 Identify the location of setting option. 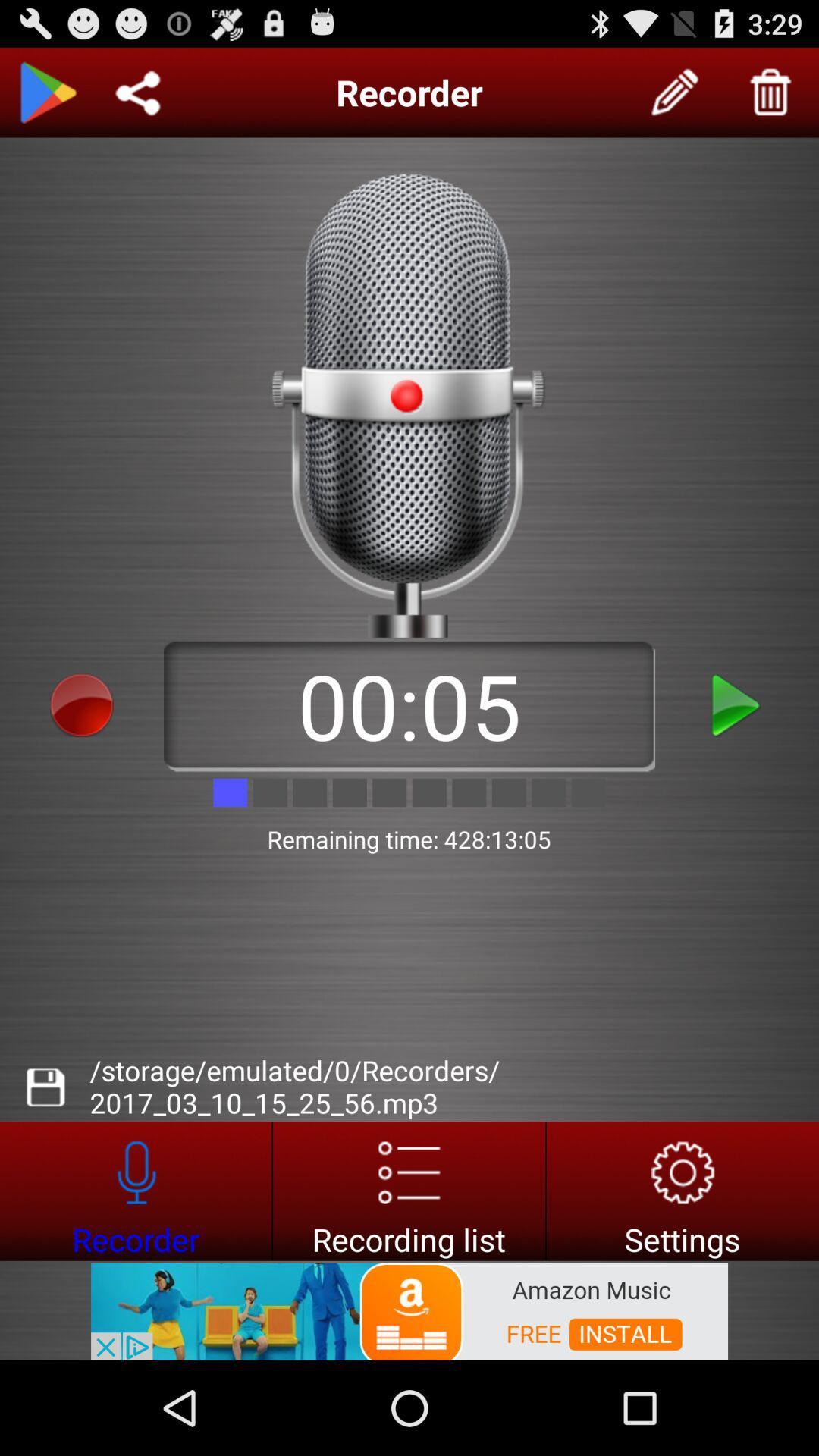
(682, 1190).